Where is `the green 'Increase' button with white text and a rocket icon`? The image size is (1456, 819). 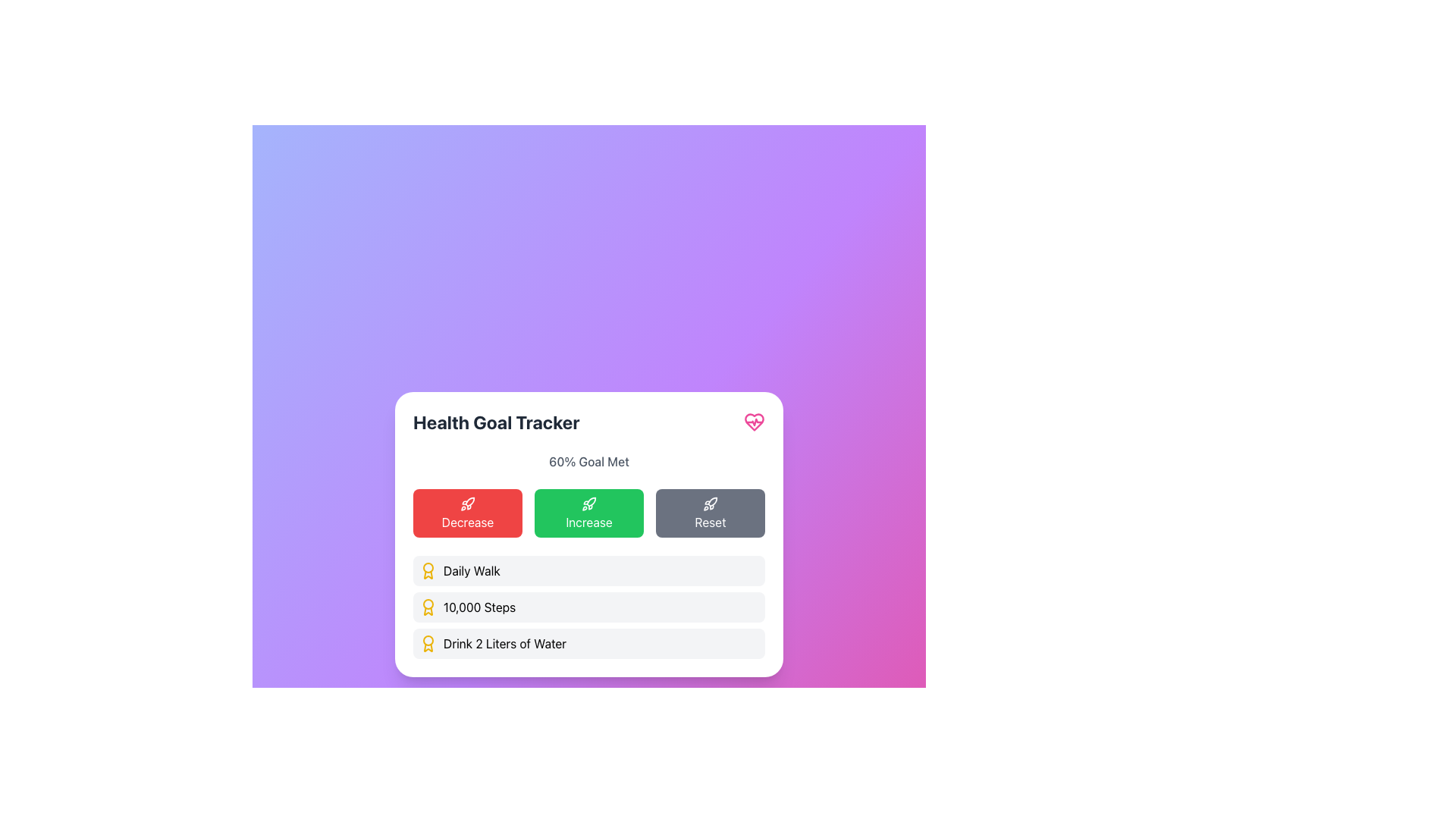 the green 'Increase' button with white text and a rocket icon is located at coordinates (588, 513).